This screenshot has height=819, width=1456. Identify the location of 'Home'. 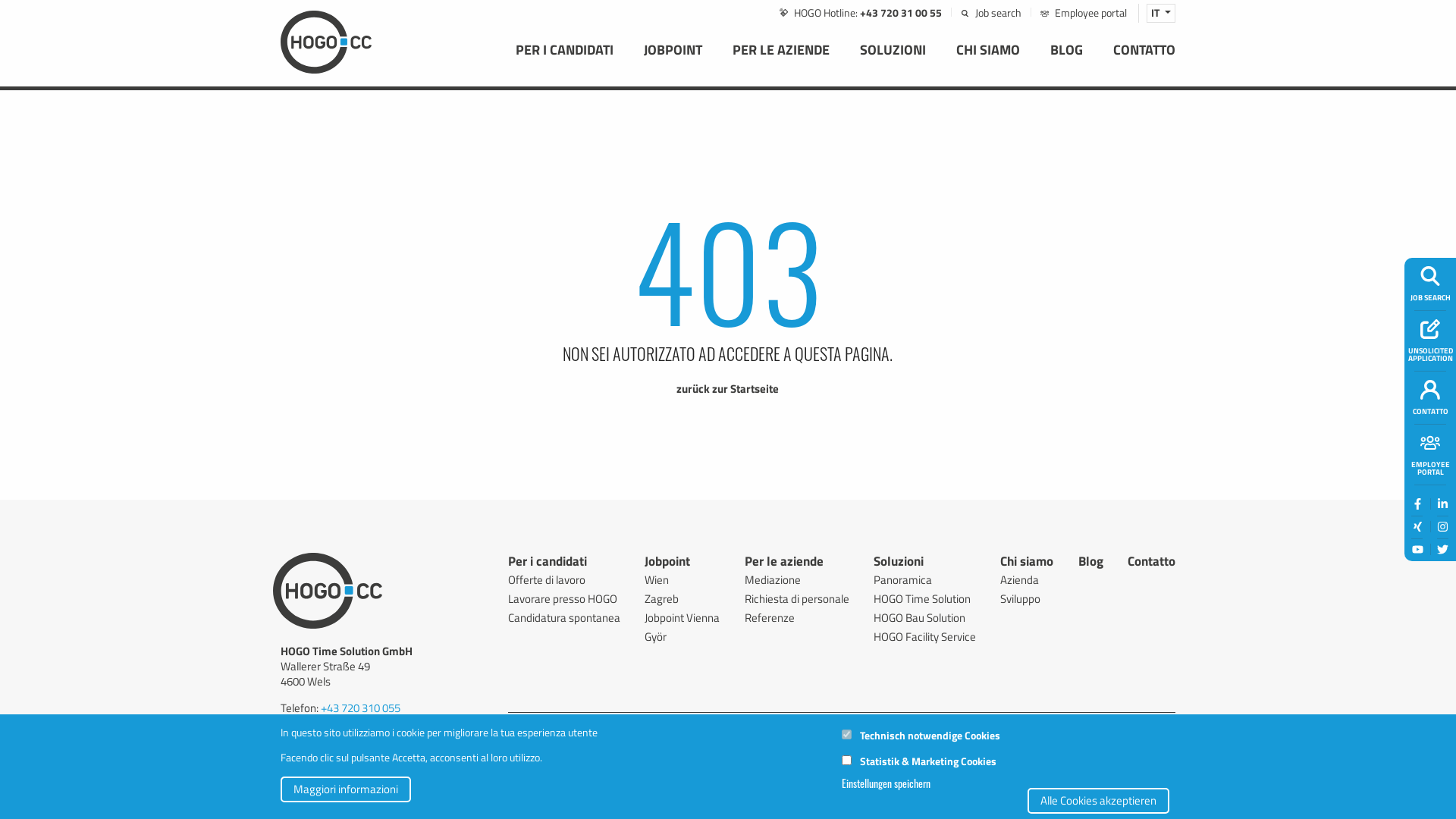
(325, 39).